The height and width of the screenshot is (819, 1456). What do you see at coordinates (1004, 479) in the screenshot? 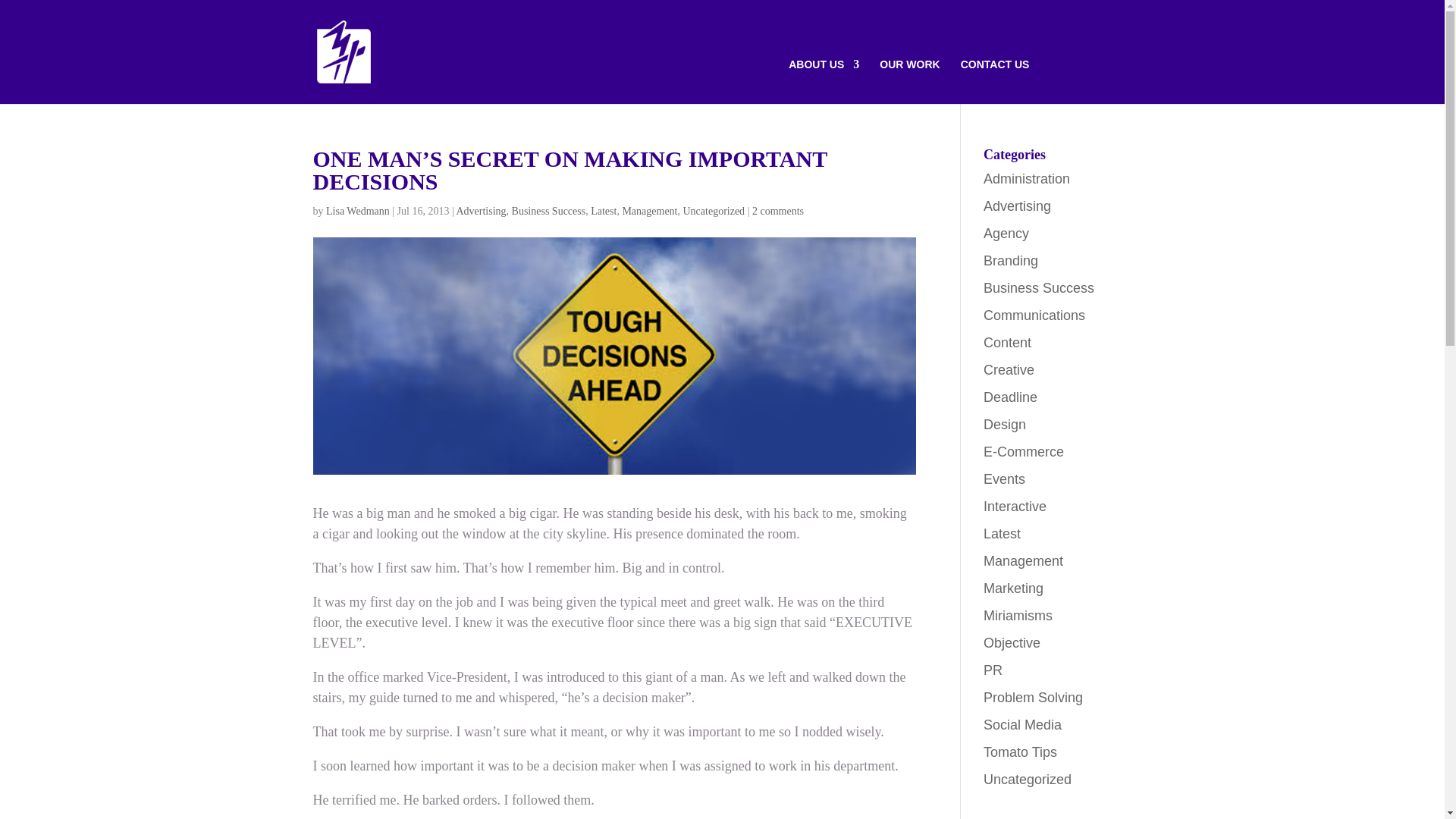
I see `'Events'` at bounding box center [1004, 479].